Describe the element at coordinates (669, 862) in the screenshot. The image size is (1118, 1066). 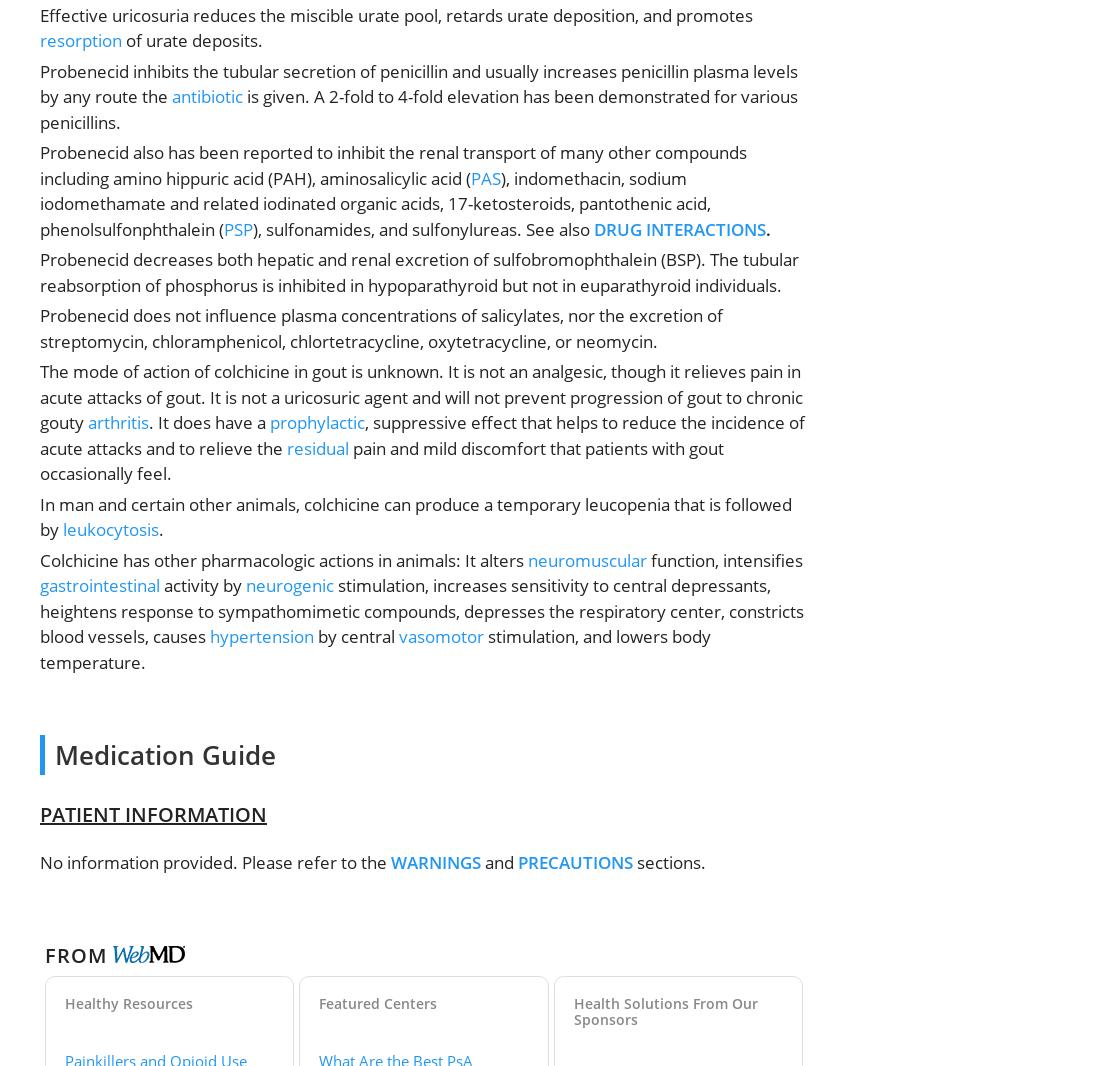
I see `'sections.'` at that location.